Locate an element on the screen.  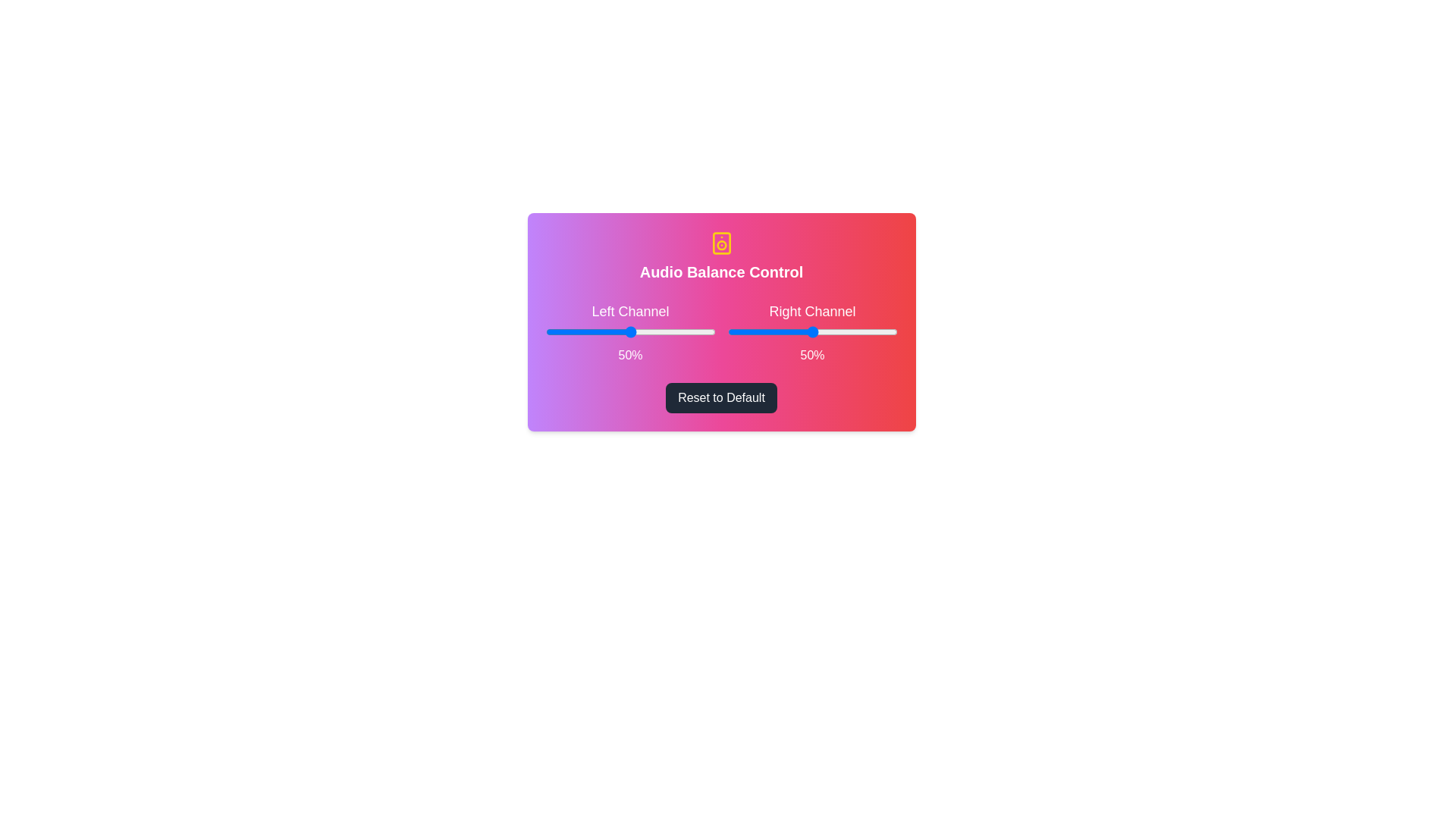
the right slider to 80% is located at coordinates (863, 331).